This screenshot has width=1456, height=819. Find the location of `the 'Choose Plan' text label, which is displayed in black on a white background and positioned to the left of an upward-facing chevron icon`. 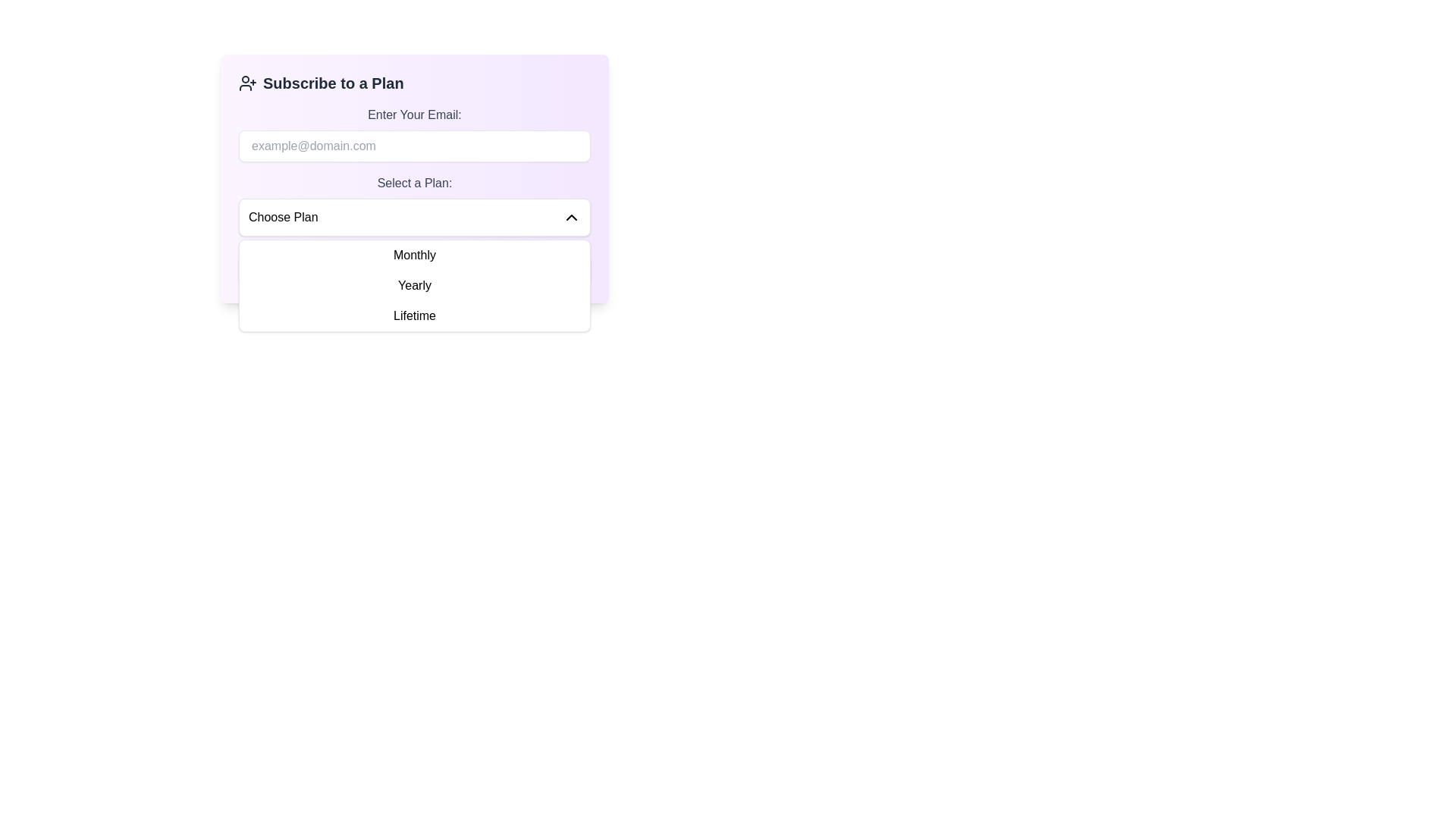

the 'Choose Plan' text label, which is displayed in black on a white background and positioned to the left of an upward-facing chevron icon is located at coordinates (283, 217).